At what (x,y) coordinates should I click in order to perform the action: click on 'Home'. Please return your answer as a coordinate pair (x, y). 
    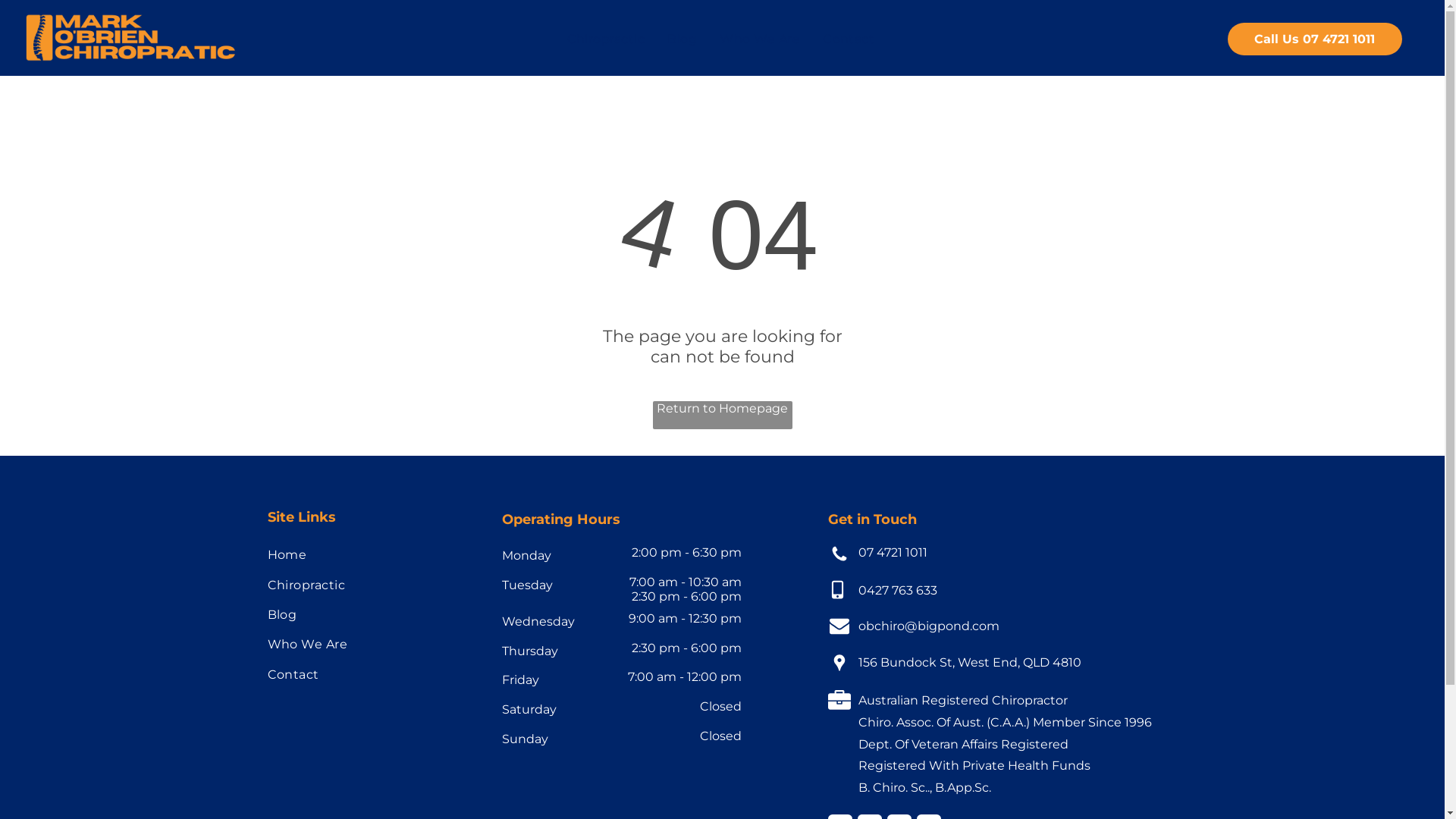
    Looking at the image, I should click on (368, 554).